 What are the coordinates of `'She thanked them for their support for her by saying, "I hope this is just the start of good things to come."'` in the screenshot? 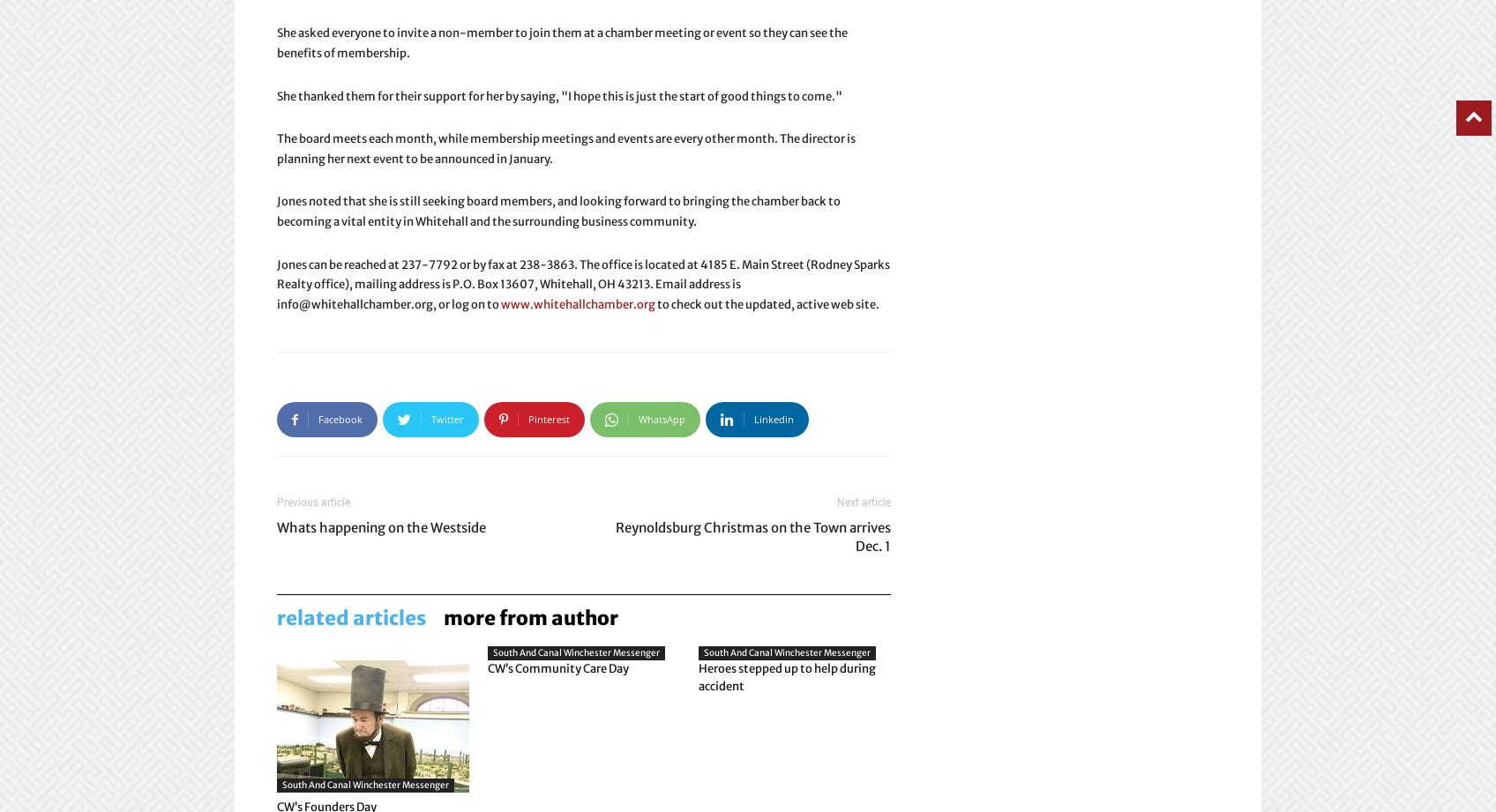 It's located at (559, 95).